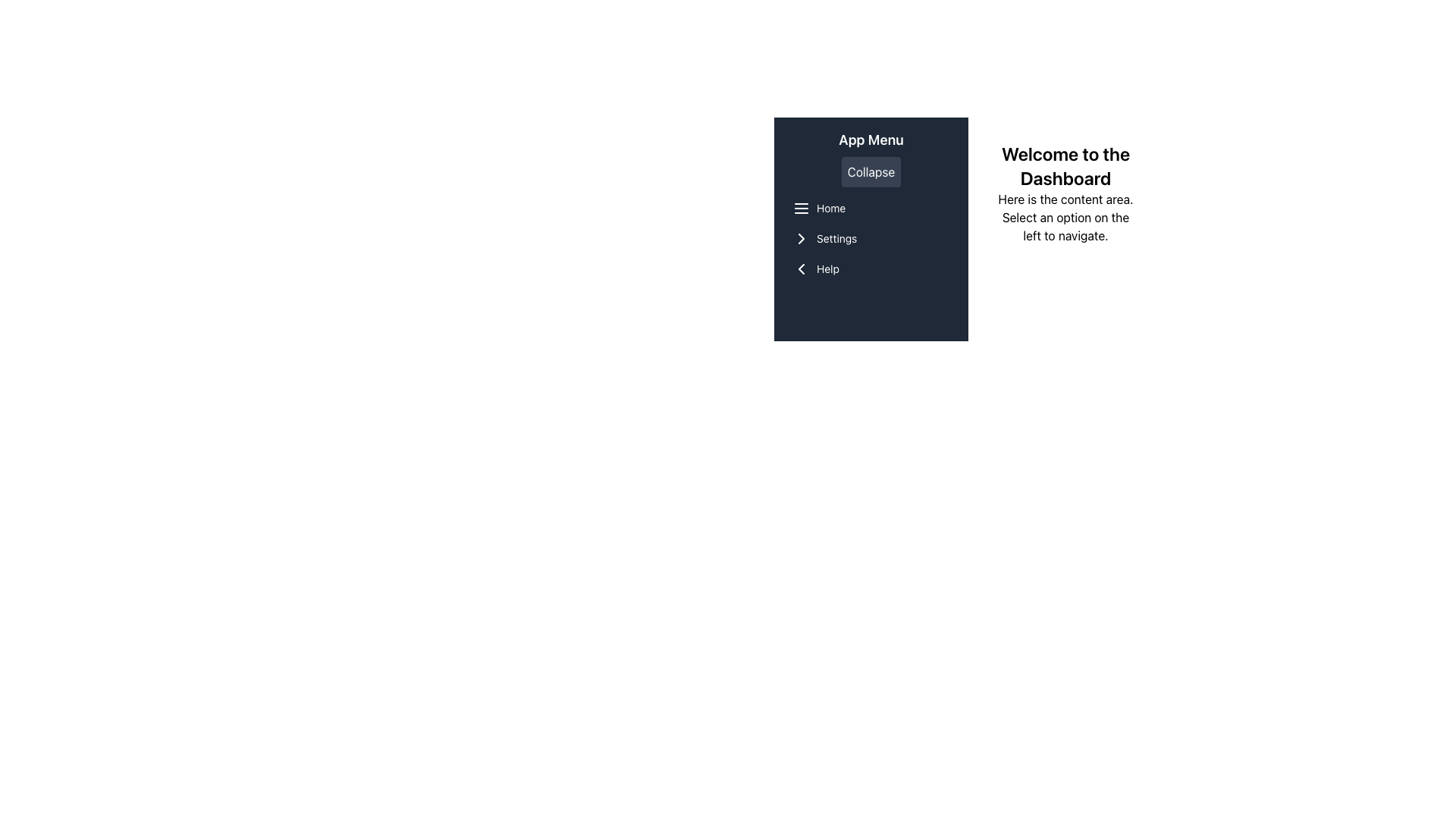 The width and height of the screenshot is (1456, 819). Describe the element at coordinates (1065, 166) in the screenshot. I see `text heading that says 'Welcome to the Dashboard', which is prominently displayed at the top of the main dashboard content area` at that location.